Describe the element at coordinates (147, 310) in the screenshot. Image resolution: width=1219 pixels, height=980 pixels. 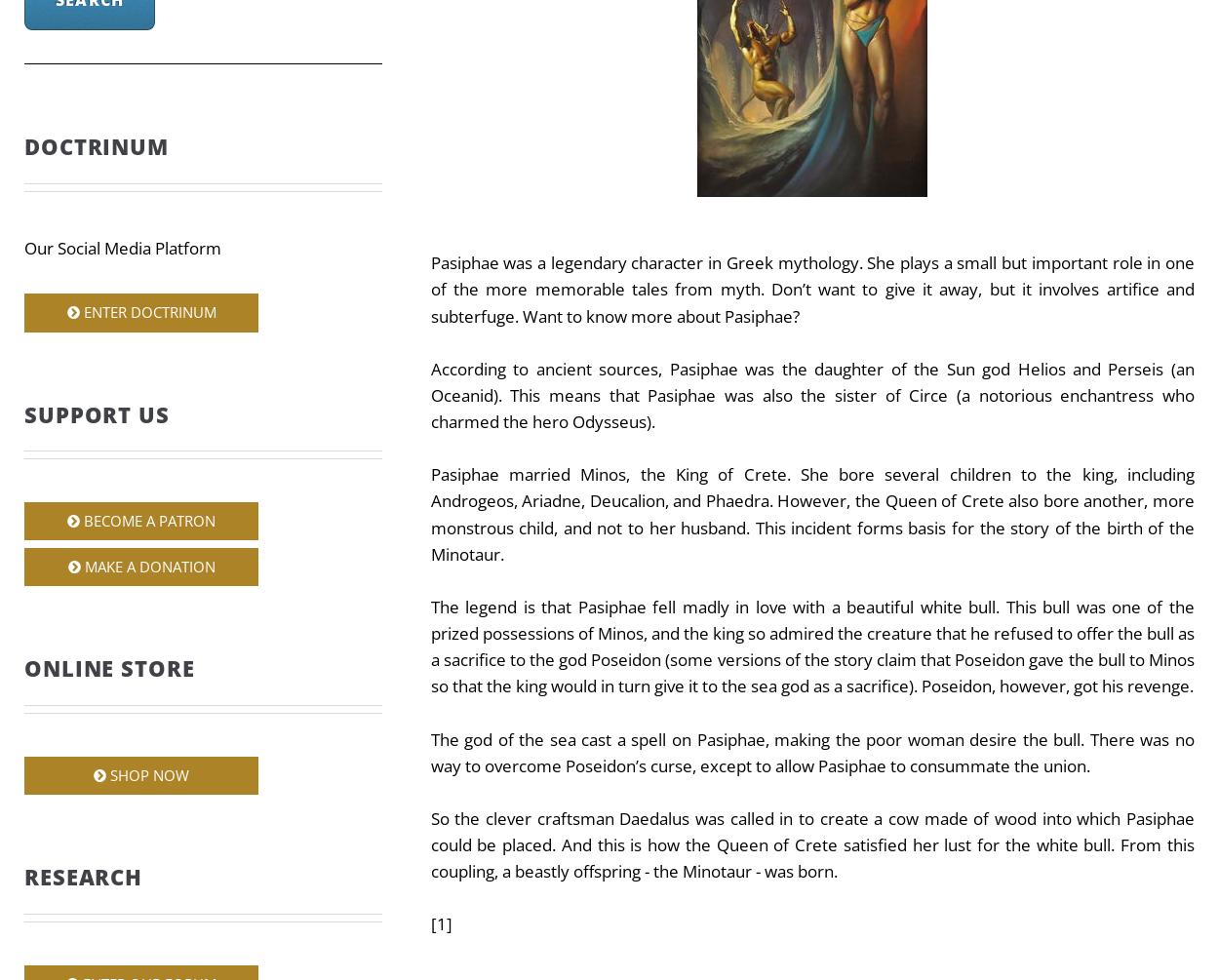
I see `'Enter Doctrinum'` at that location.